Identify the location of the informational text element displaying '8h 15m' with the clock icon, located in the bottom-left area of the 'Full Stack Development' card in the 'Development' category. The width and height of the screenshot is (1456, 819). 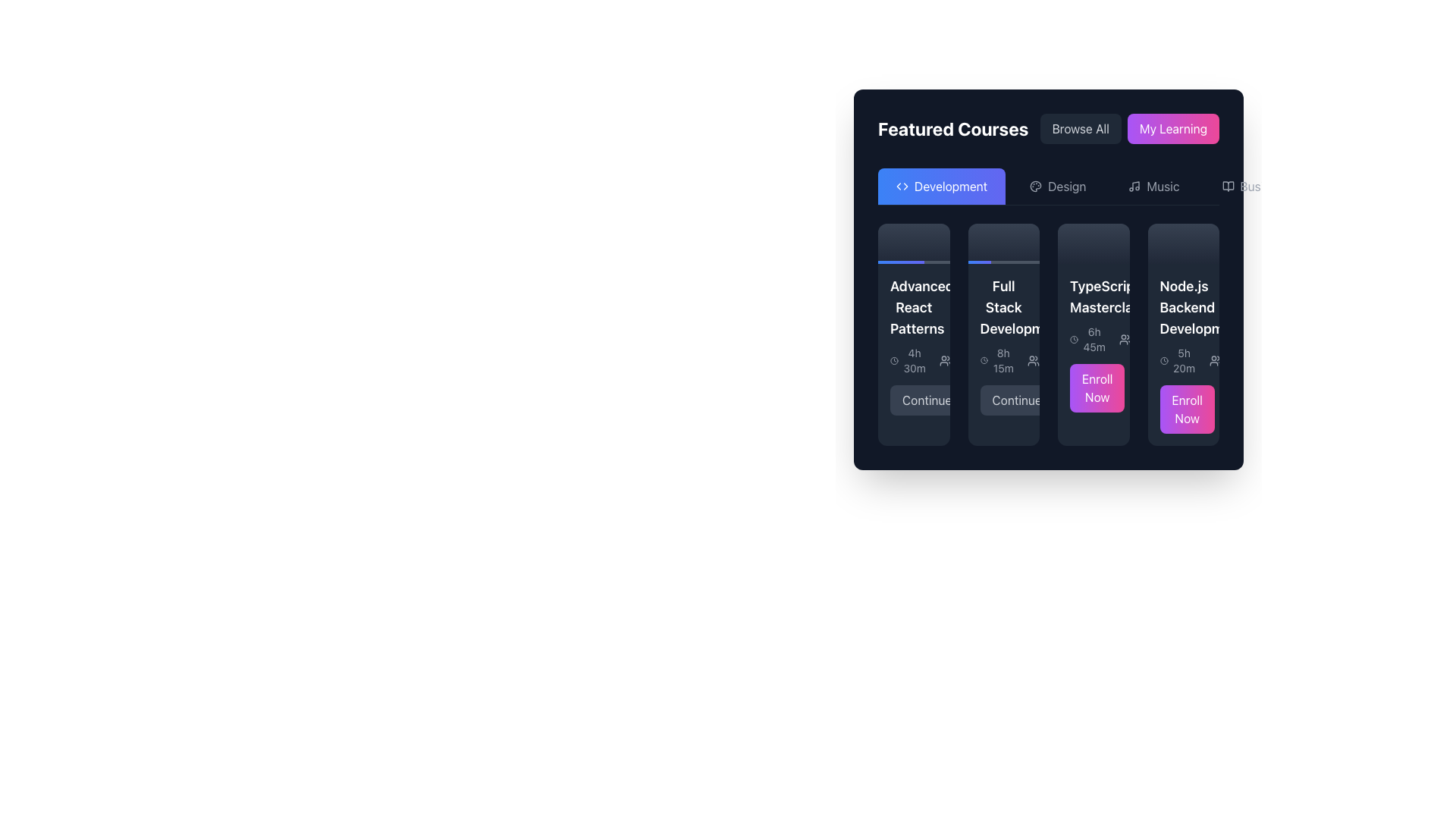
(997, 361).